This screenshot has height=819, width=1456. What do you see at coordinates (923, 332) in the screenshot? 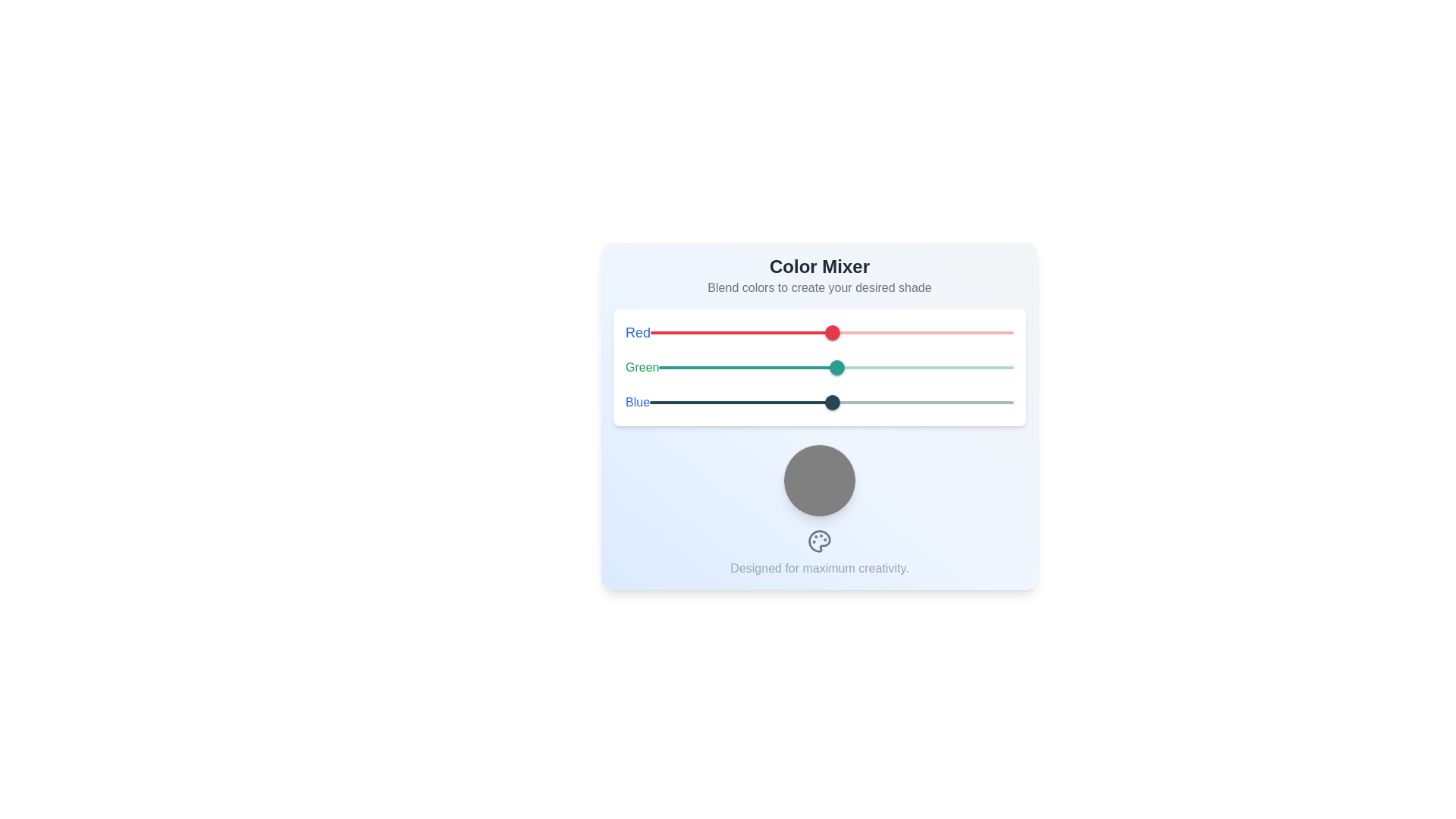
I see `the red color intensity` at bounding box center [923, 332].